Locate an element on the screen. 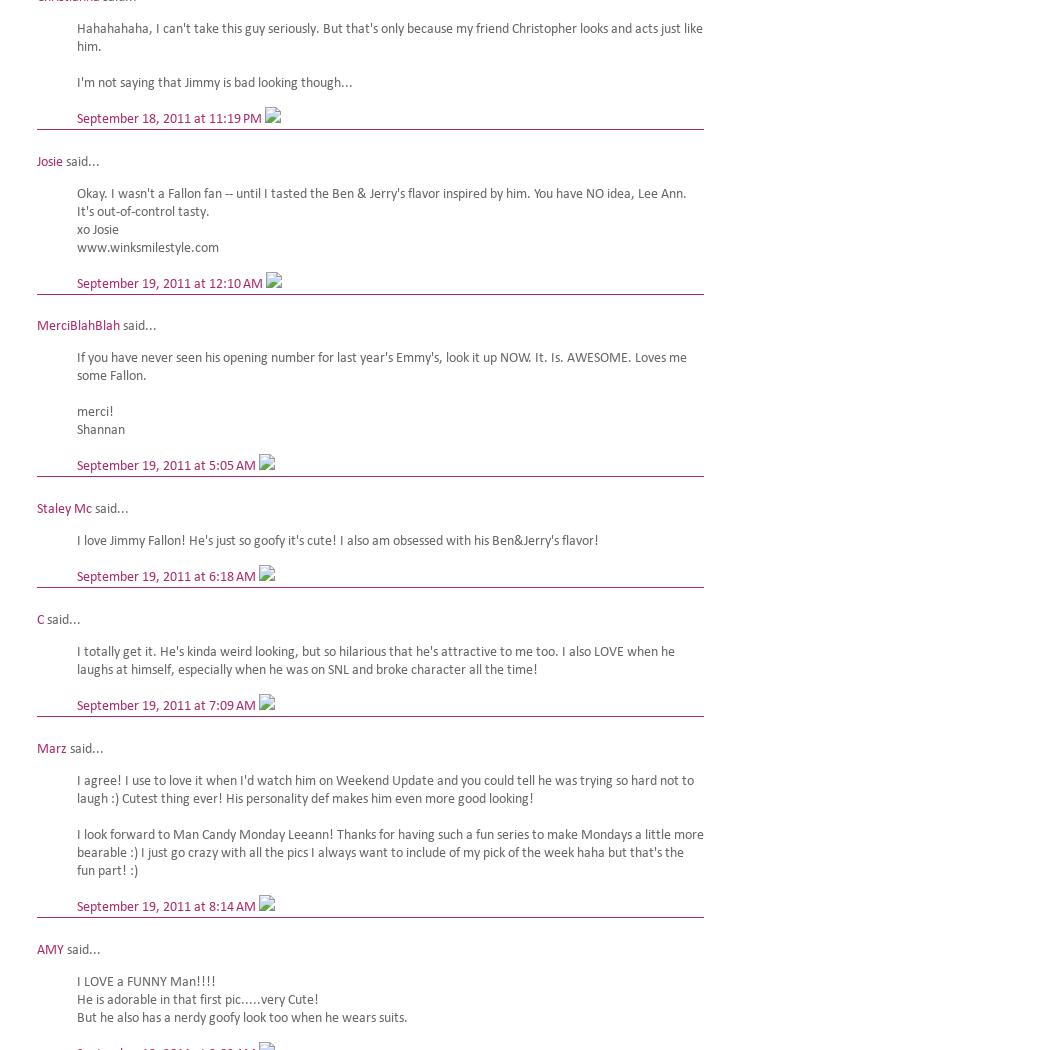  'MerciBlahBlah' is located at coordinates (78, 326).